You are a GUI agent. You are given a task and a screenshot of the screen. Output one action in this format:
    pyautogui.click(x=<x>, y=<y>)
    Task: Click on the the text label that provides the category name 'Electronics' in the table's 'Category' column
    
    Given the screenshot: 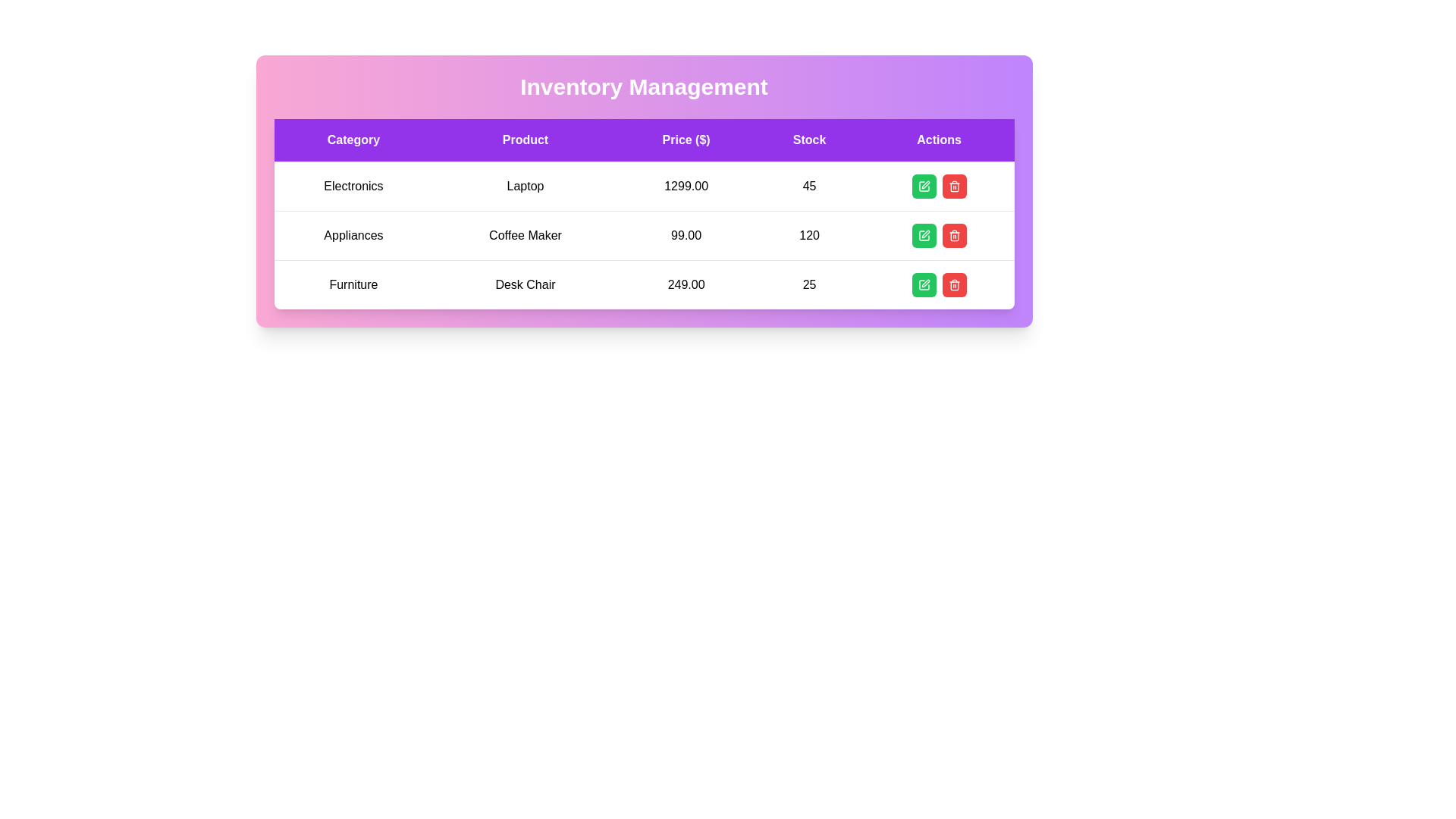 What is the action you would take?
    pyautogui.click(x=353, y=186)
    